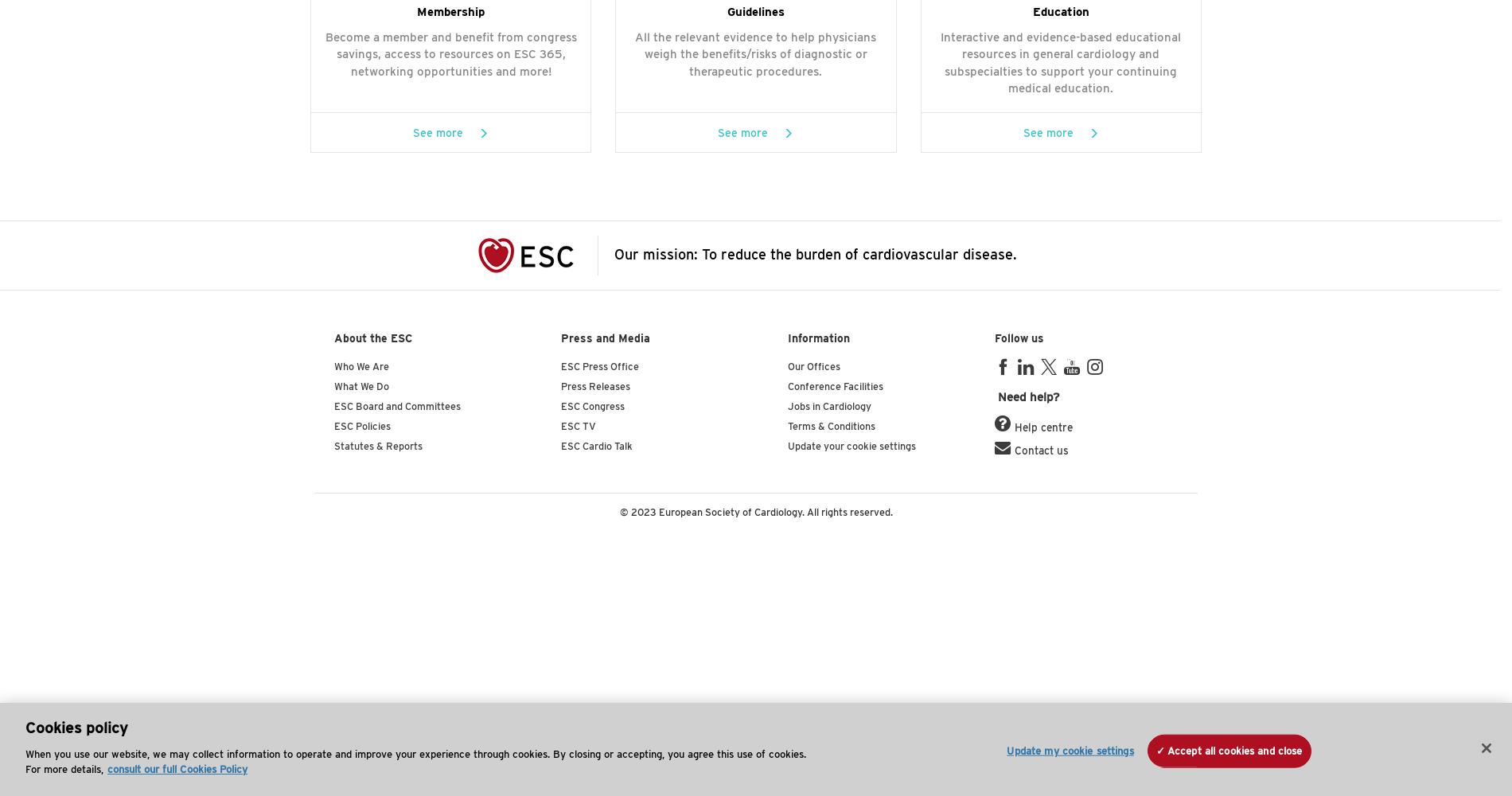 Image resolution: width=1512 pixels, height=796 pixels. Describe the element at coordinates (829, 406) in the screenshot. I see `'Jobs in Cardiology'` at that location.